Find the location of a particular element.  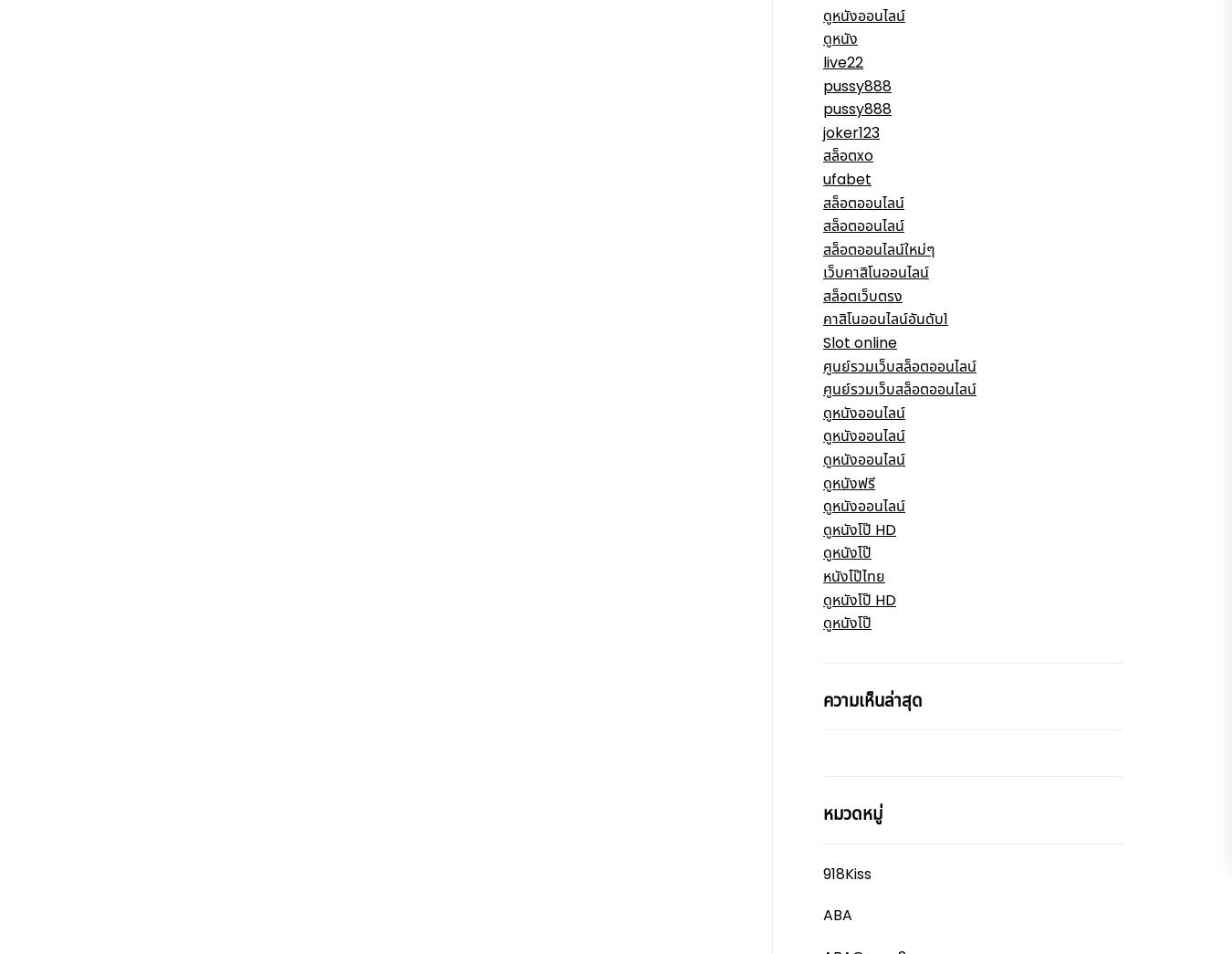

'joker123' is located at coordinates (821, 131).